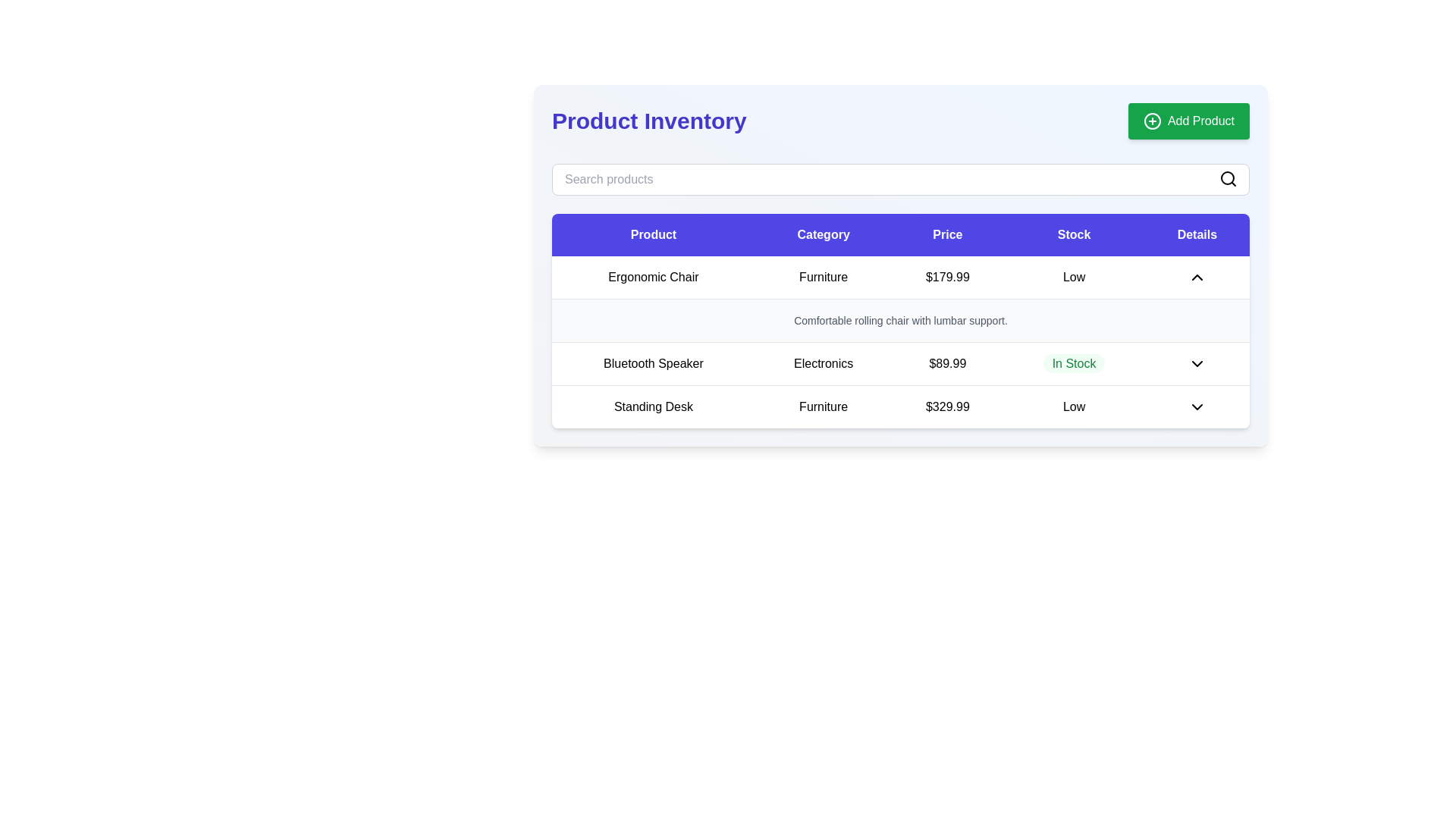  I want to click on the descriptive text 'Comfortable rolling chair with lumbar support.' located in the second row under the 'Product' column of the product inventory table, so click(901, 320).